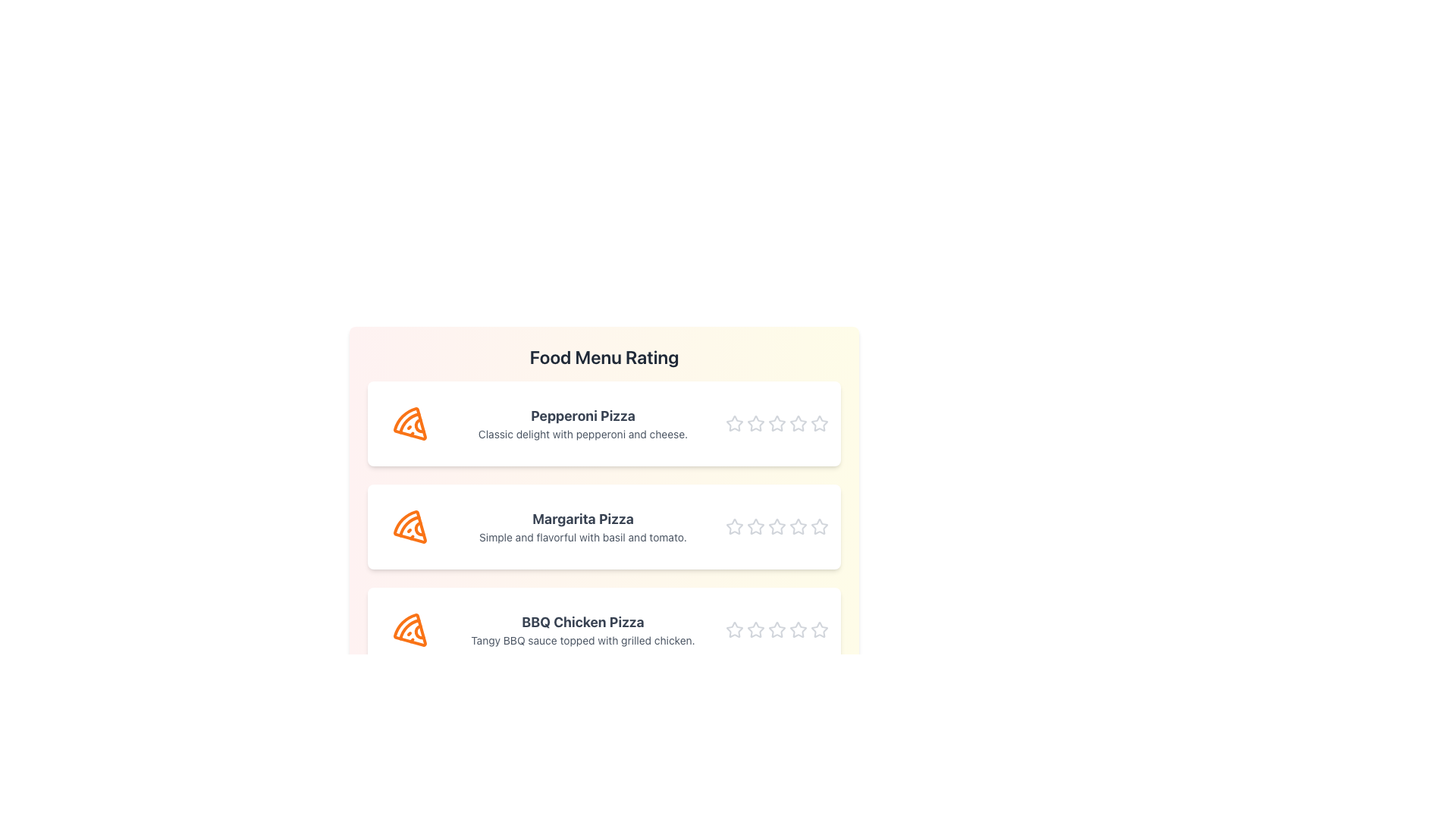  Describe the element at coordinates (735, 423) in the screenshot. I see `the first rating star icon located to the right of the 'Pepperoni Pizza' food item heading to rate it` at that location.